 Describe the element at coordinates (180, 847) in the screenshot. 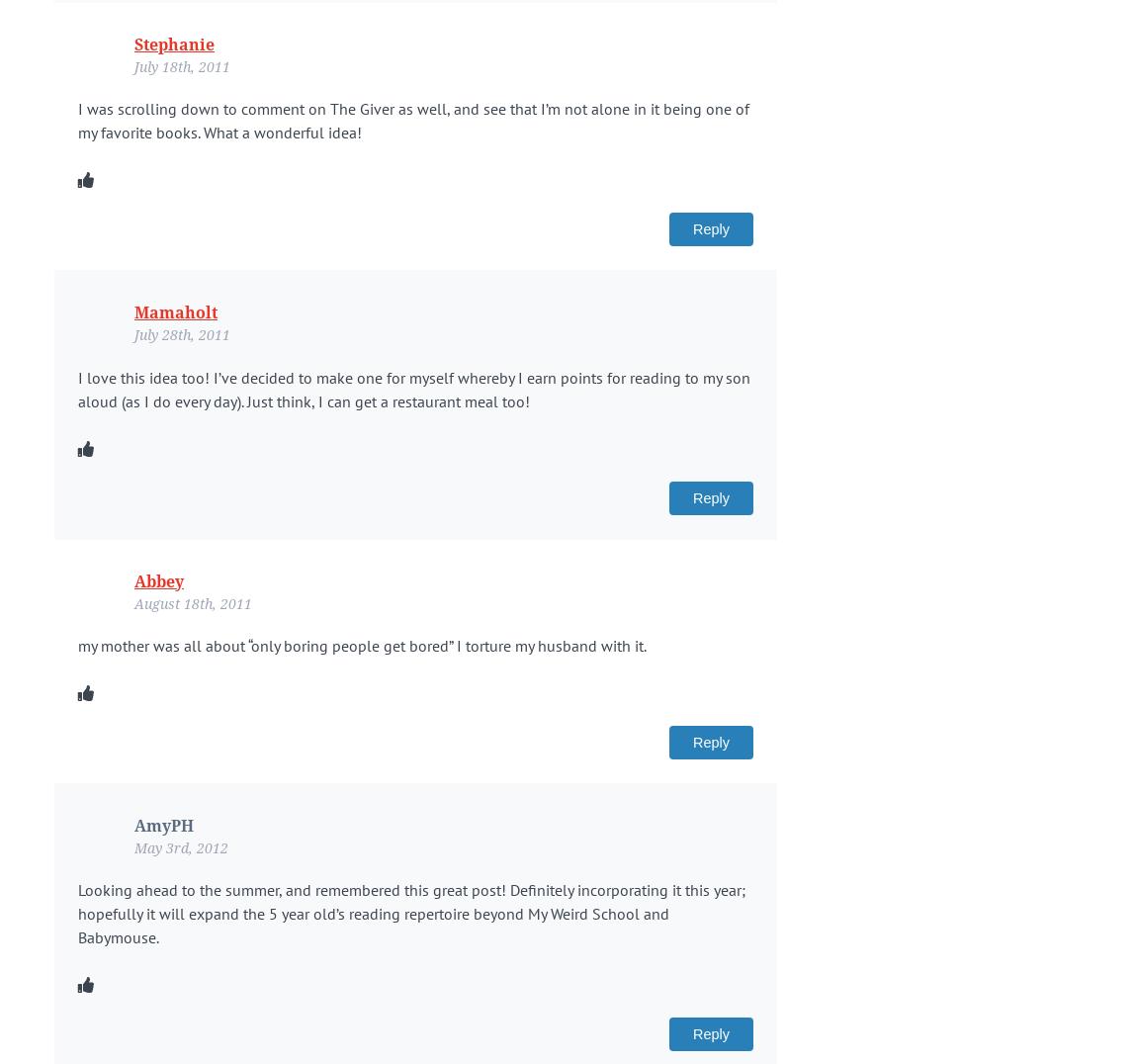

I see `'May 3rd, 2012'` at that location.